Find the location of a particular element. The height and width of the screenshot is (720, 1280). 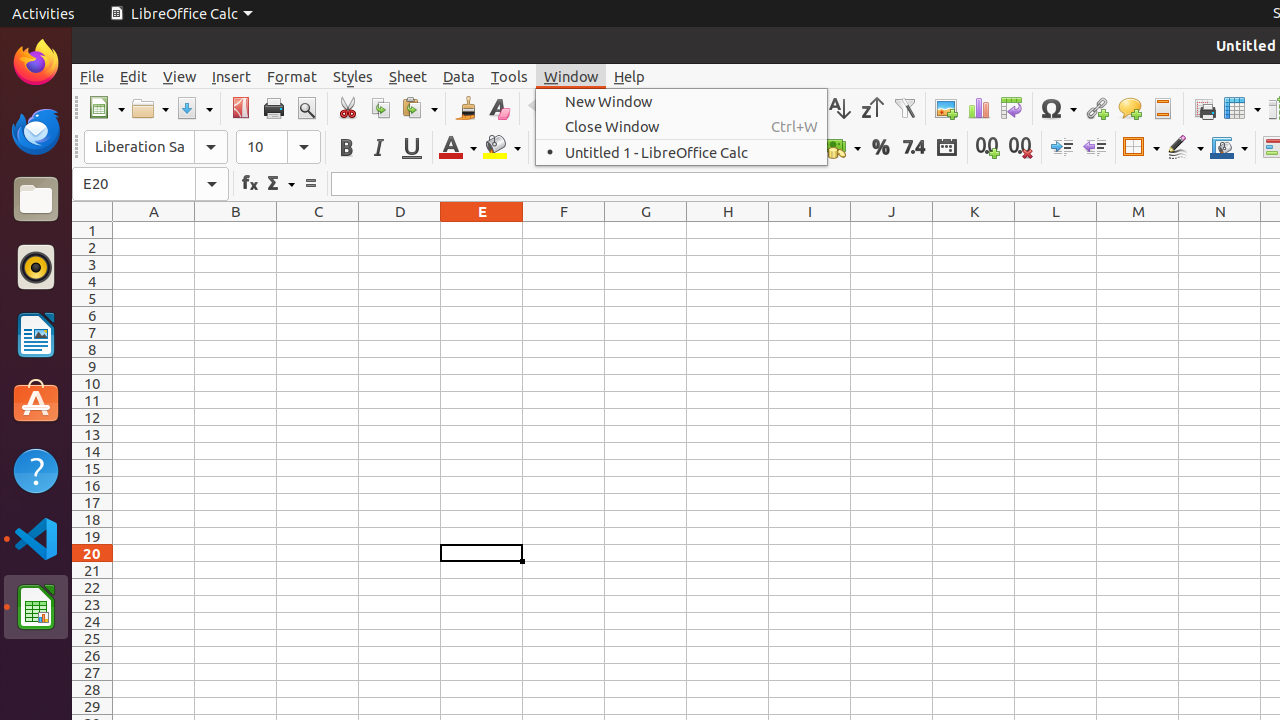

'Bold' is located at coordinates (345, 146).